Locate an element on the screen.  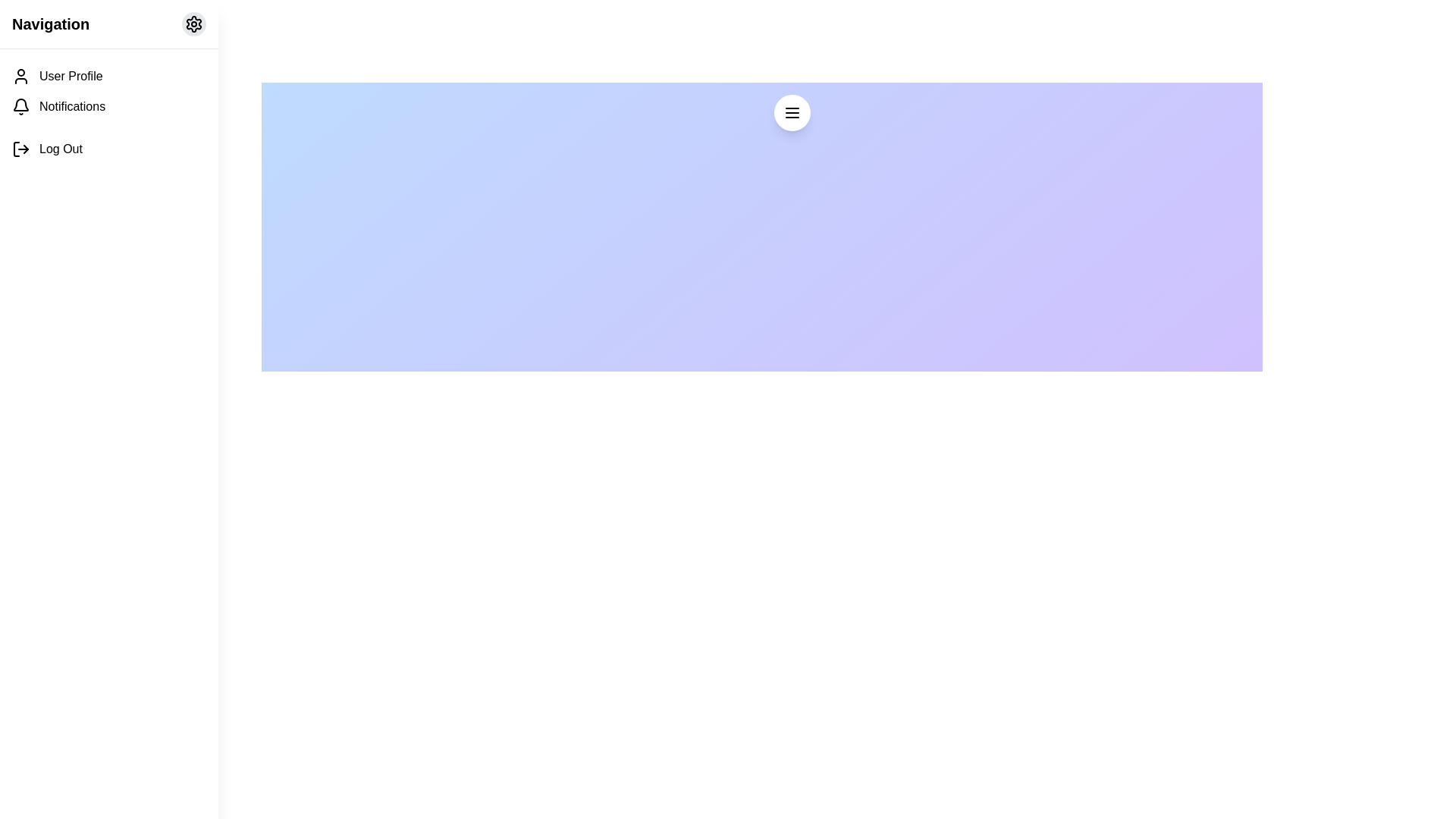
the menu button located at the top-center-right of the interface is located at coordinates (792, 112).